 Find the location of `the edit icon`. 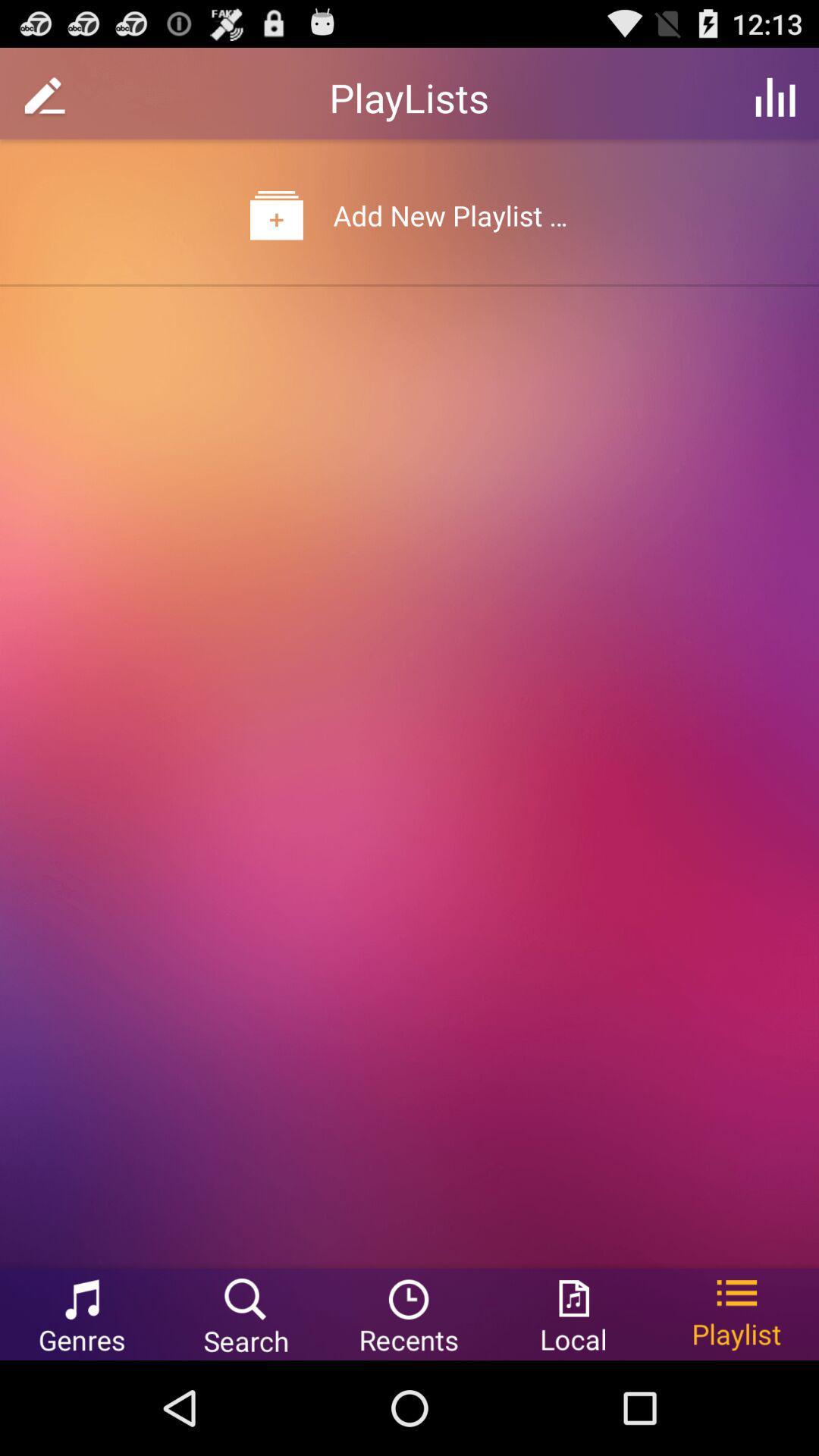

the edit icon is located at coordinates (44, 103).